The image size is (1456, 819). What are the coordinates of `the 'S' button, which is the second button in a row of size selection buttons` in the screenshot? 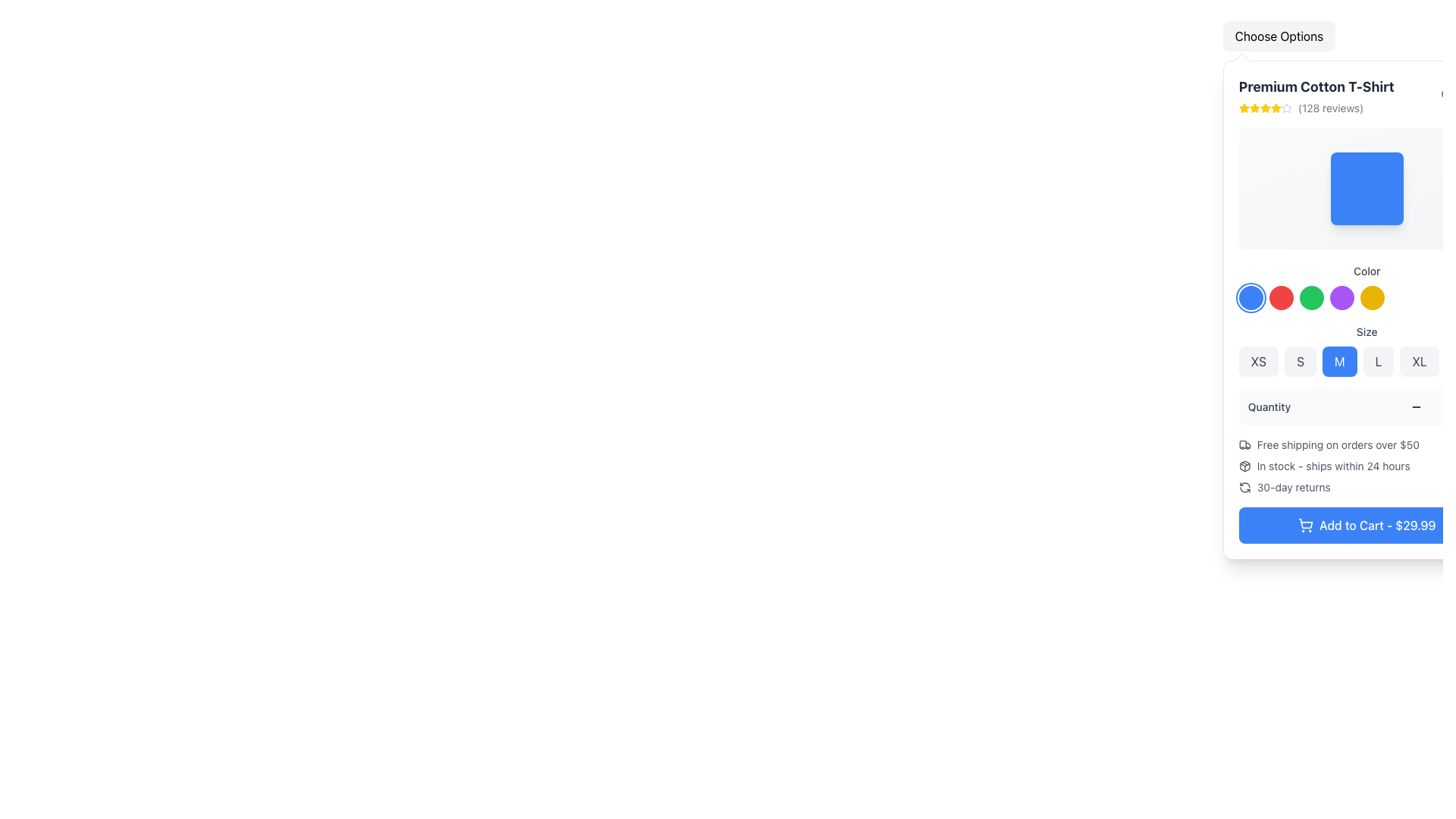 It's located at (1300, 362).